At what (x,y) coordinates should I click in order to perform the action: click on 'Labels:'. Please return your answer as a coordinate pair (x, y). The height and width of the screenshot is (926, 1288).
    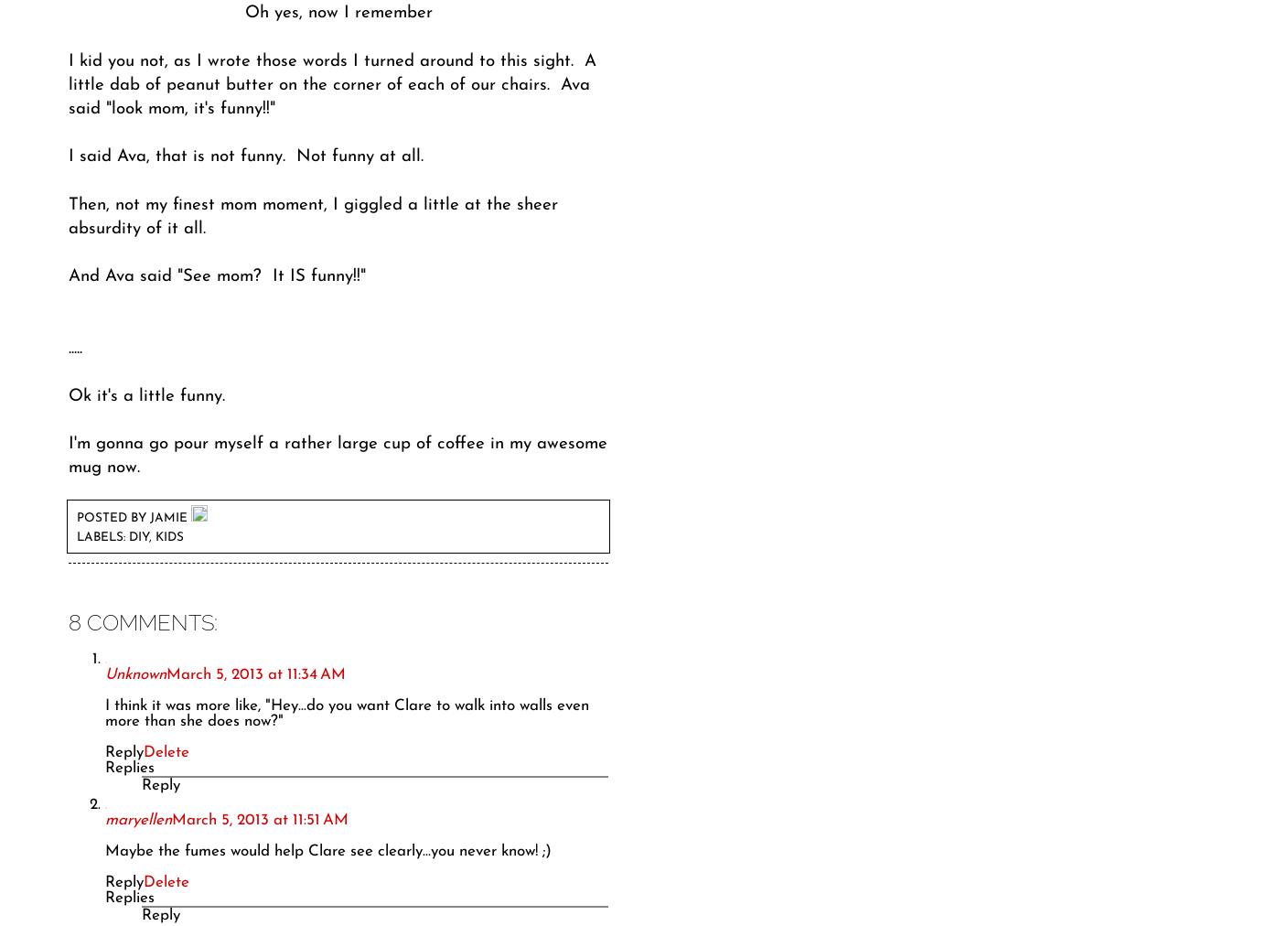
    Looking at the image, I should click on (102, 536).